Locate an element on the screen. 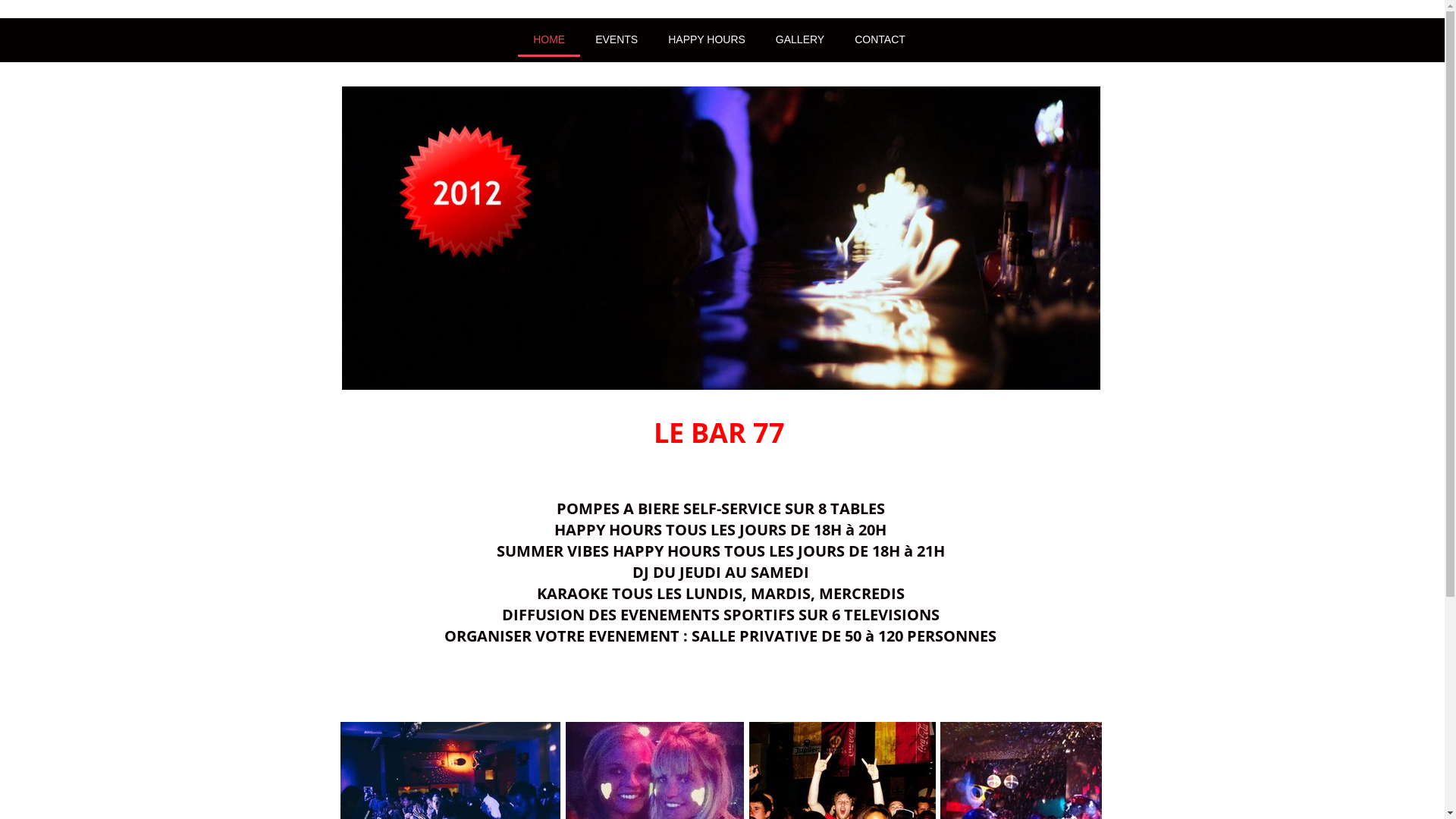 This screenshot has width=1456, height=819. 'CONTACT' is located at coordinates (839, 38).